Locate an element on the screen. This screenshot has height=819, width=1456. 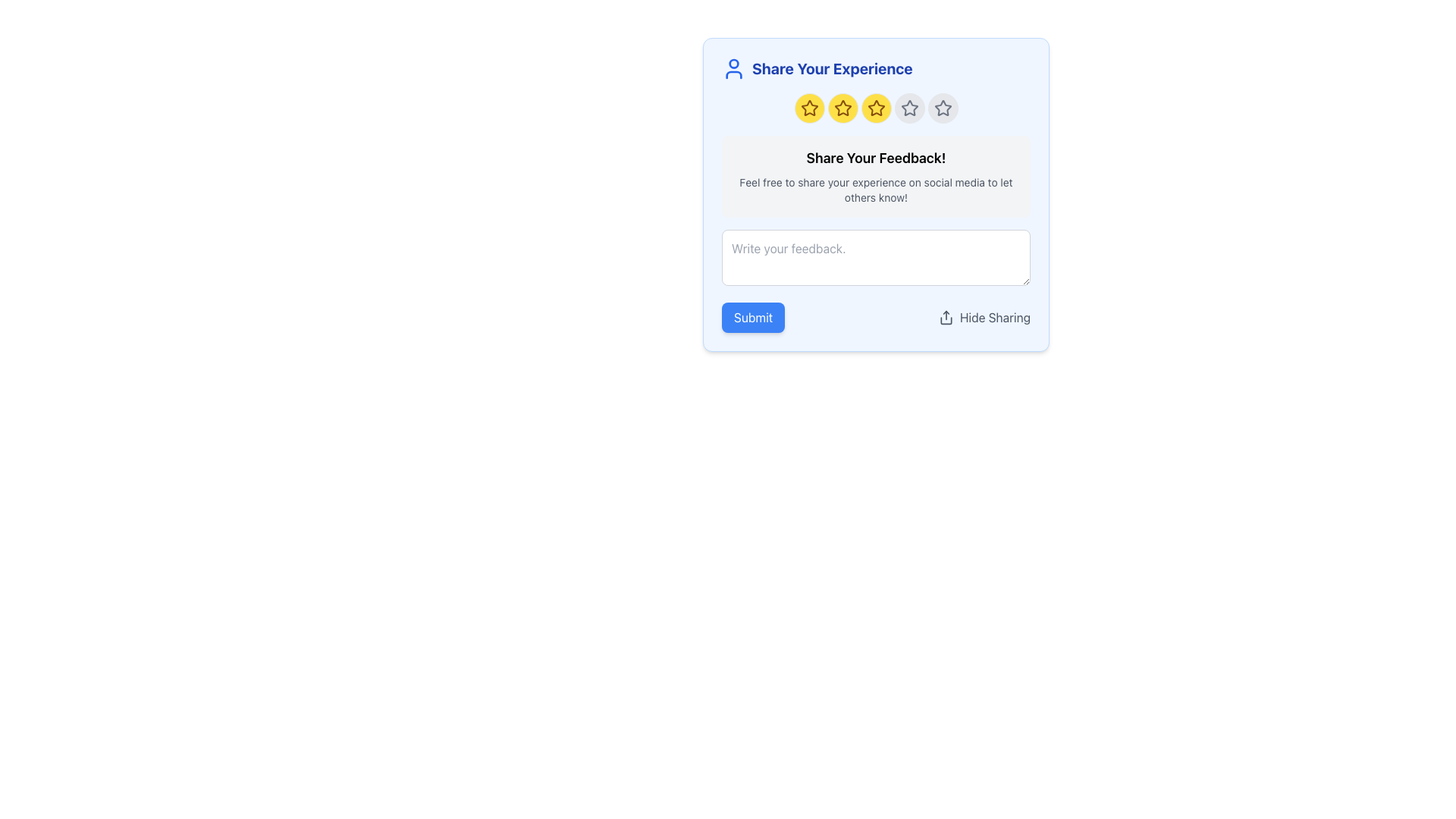
the third star in the star rating indicator is located at coordinates (876, 107).